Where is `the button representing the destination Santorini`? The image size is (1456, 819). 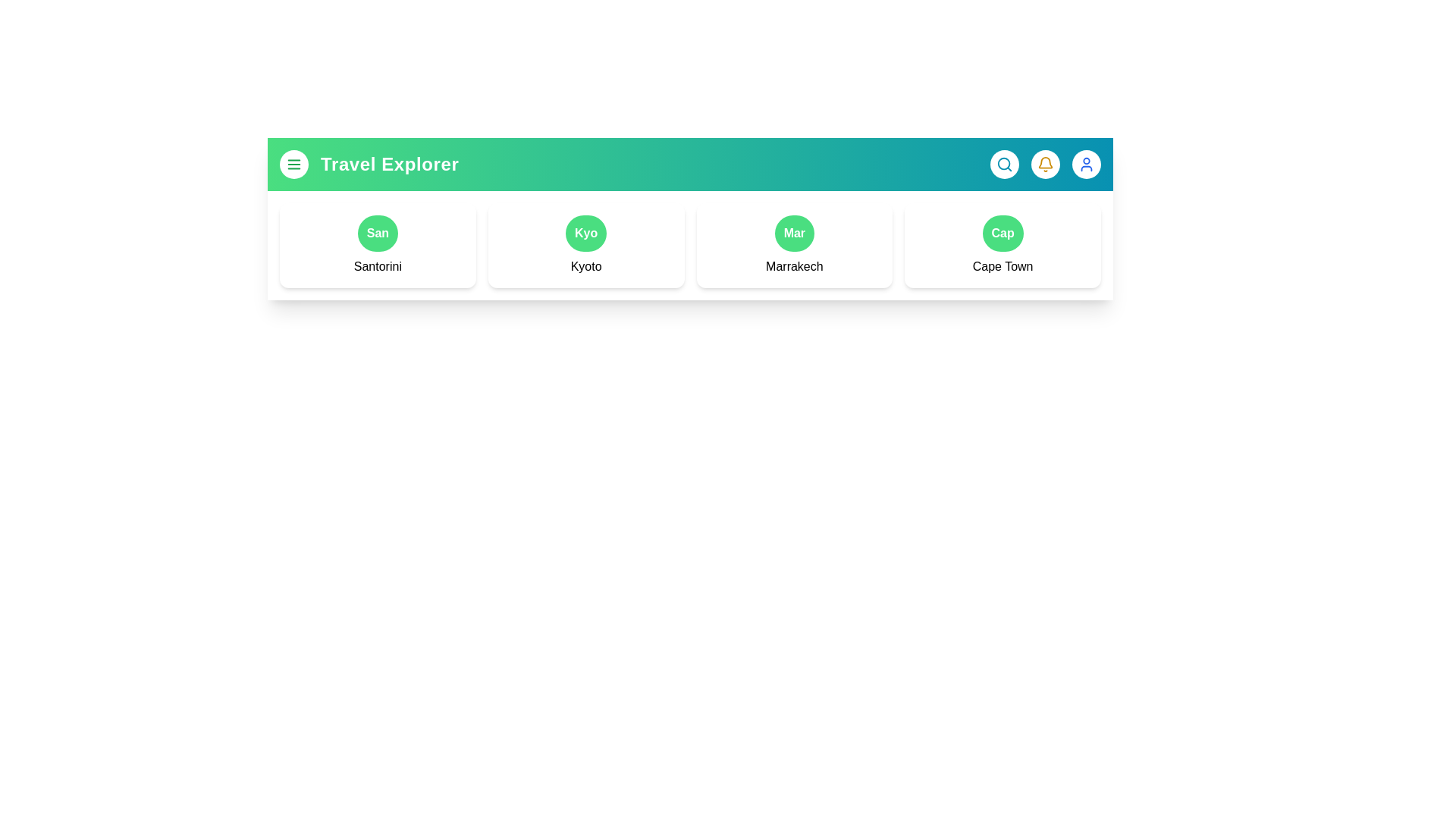
the button representing the destination Santorini is located at coordinates (378, 234).